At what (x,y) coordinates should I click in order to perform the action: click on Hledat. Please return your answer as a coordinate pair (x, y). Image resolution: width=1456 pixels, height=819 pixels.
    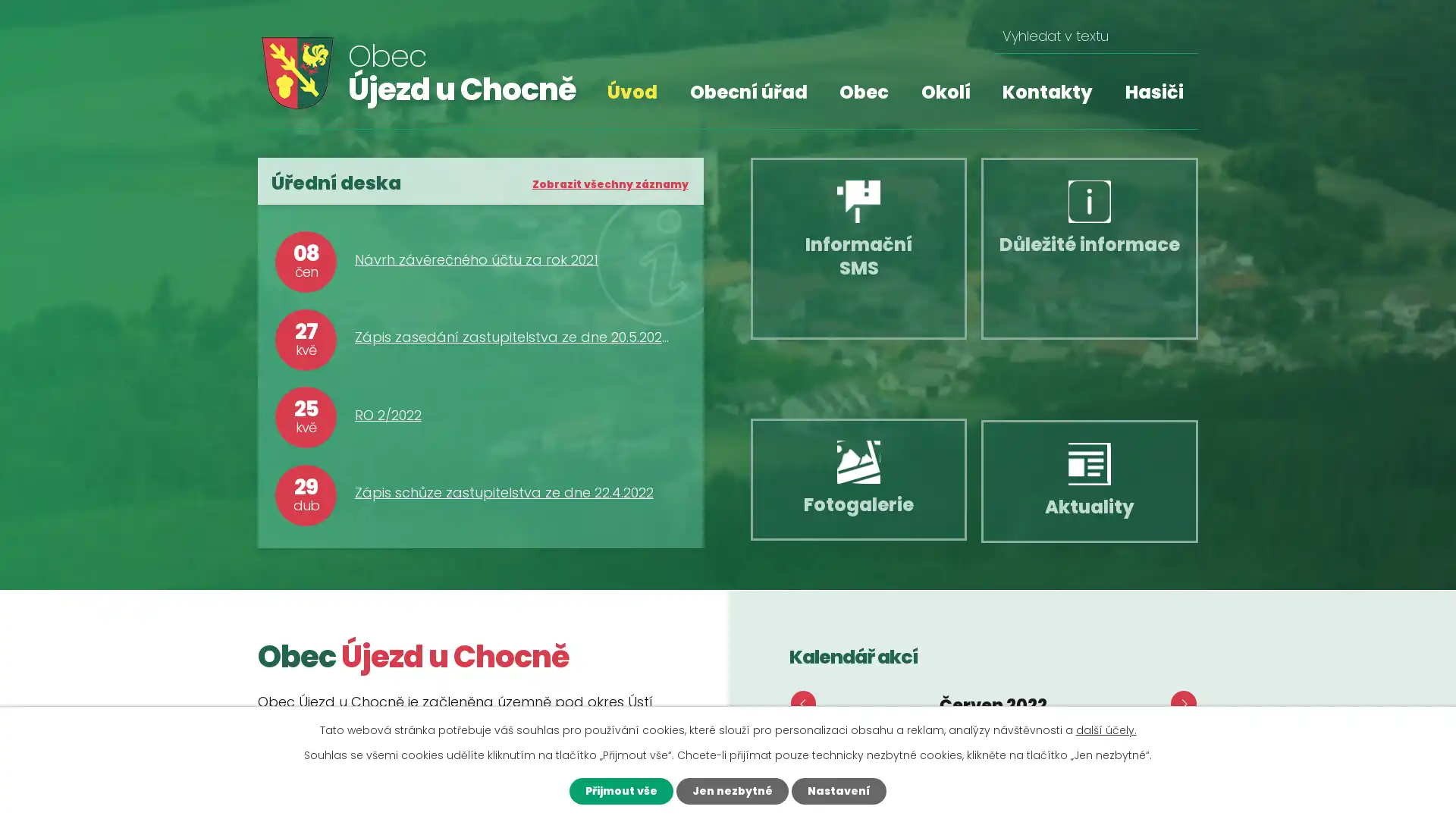
    Looking at the image, I should click on (1180, 36).